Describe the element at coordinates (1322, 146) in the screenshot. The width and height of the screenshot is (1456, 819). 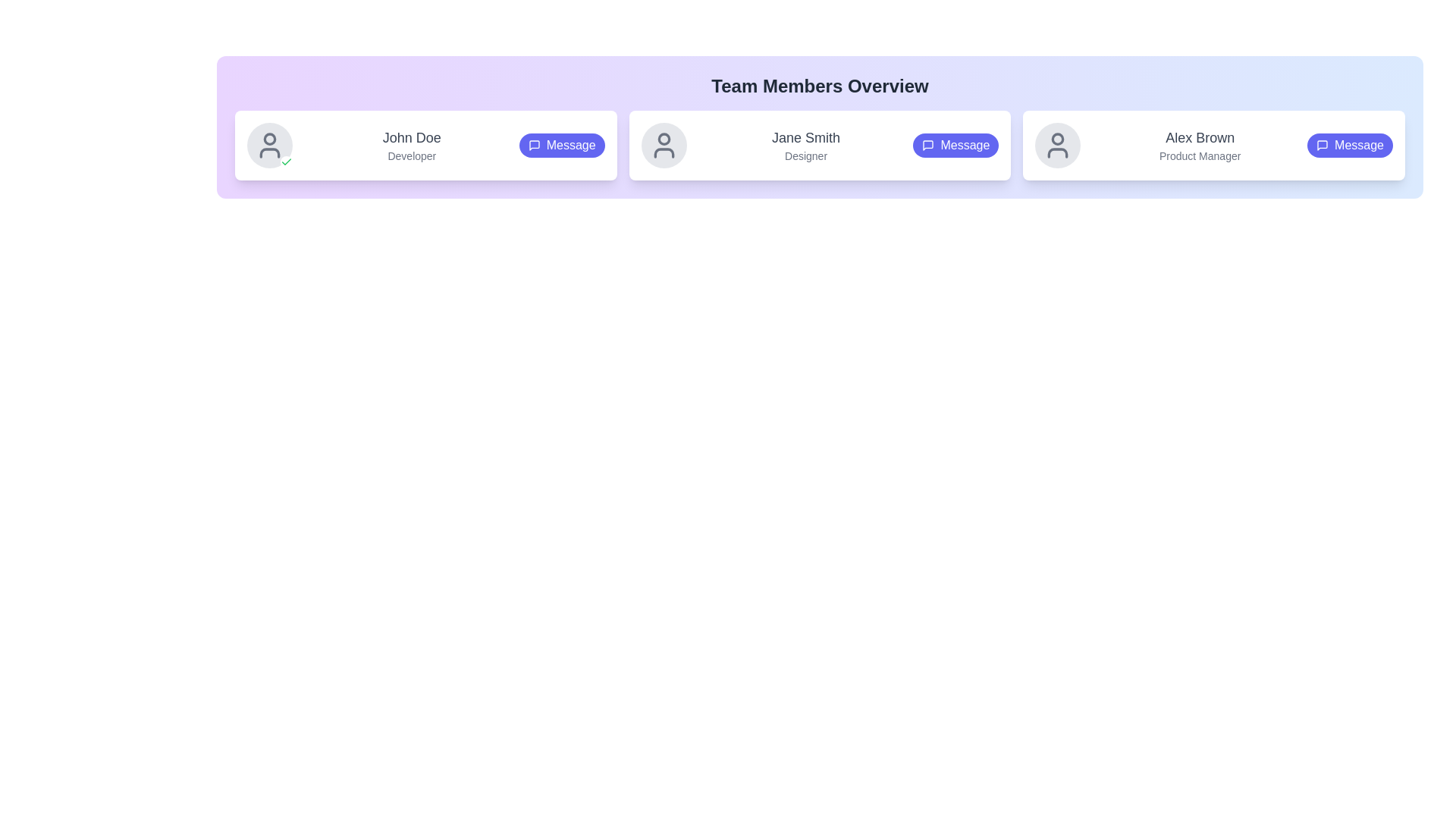
I see `the message bubble icon within the 'Message' button associated with 'Alex Brown' located in the fourth profile card on the rightmost side of the interface` at that location.